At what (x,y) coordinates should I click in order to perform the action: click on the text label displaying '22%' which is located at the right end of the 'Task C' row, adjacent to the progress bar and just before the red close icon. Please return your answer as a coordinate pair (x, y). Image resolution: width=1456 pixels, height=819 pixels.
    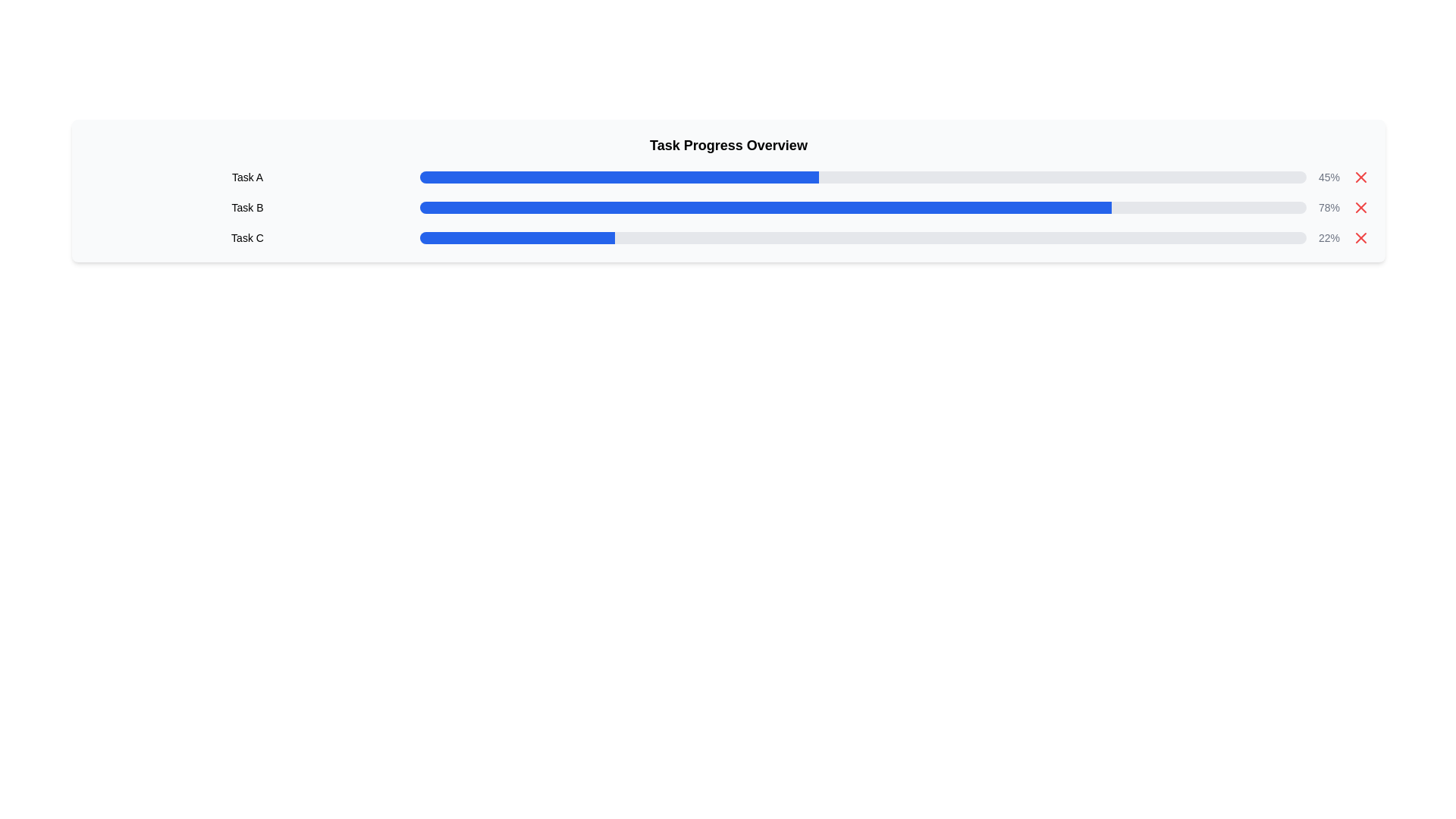
    Looking at the image, I should click on (1328, 237).